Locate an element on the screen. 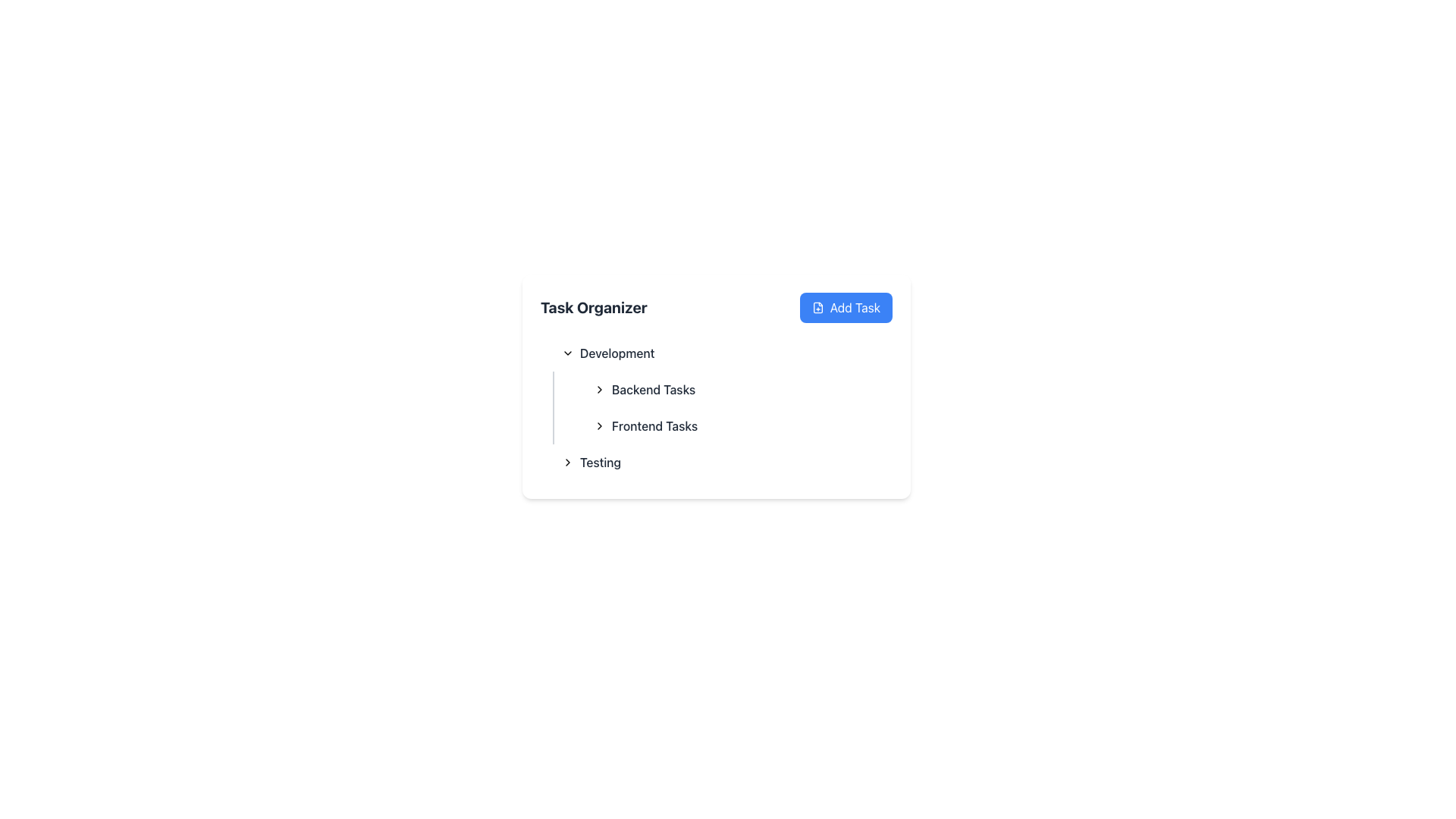  the 'Development' category title text is located at coordinates (608, 353).